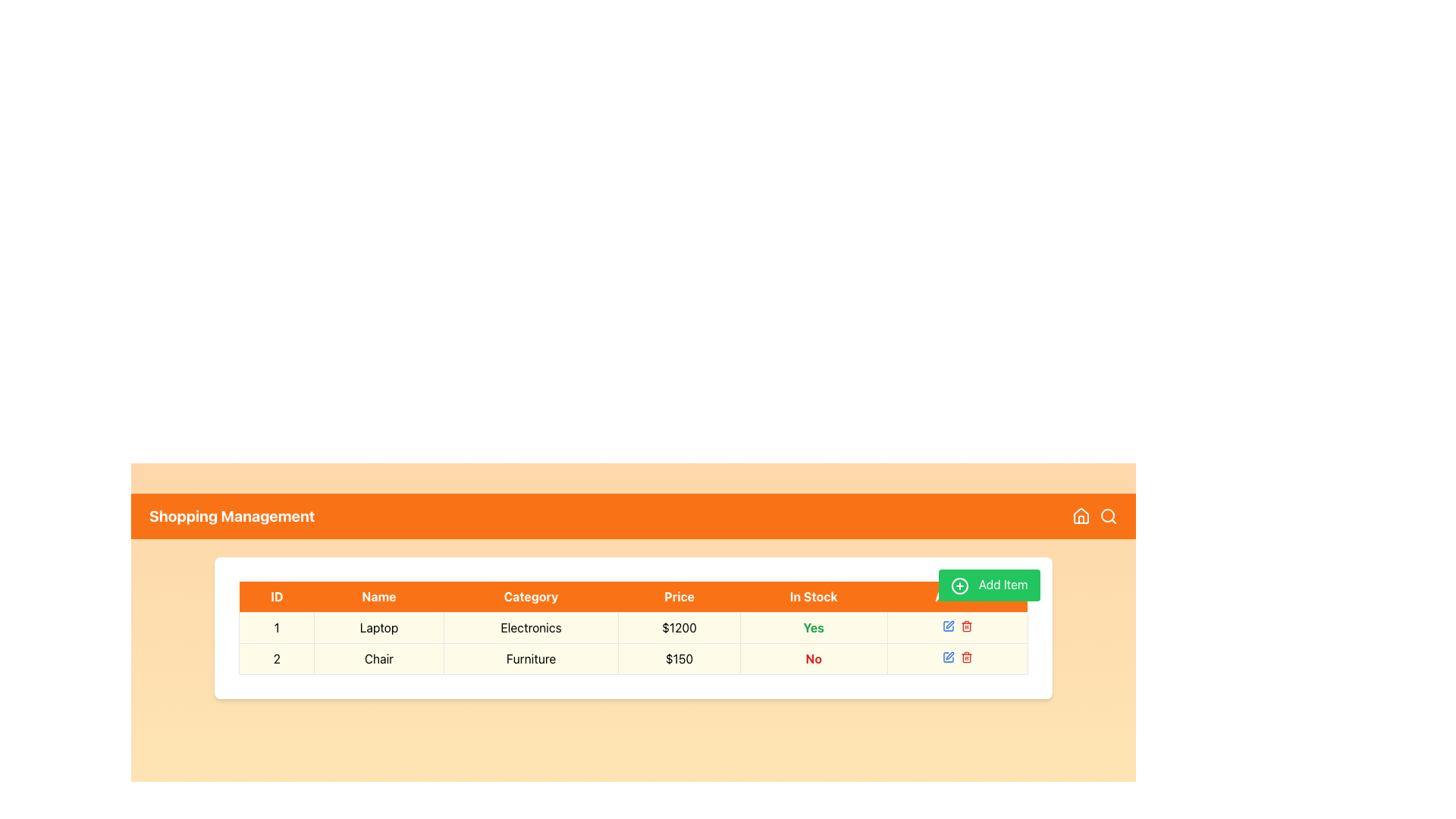 This screenshot has width=1456, height=819. Describe the element at coordinates (1109, 516) in the screenshot. I see `the last icon button` at that location.